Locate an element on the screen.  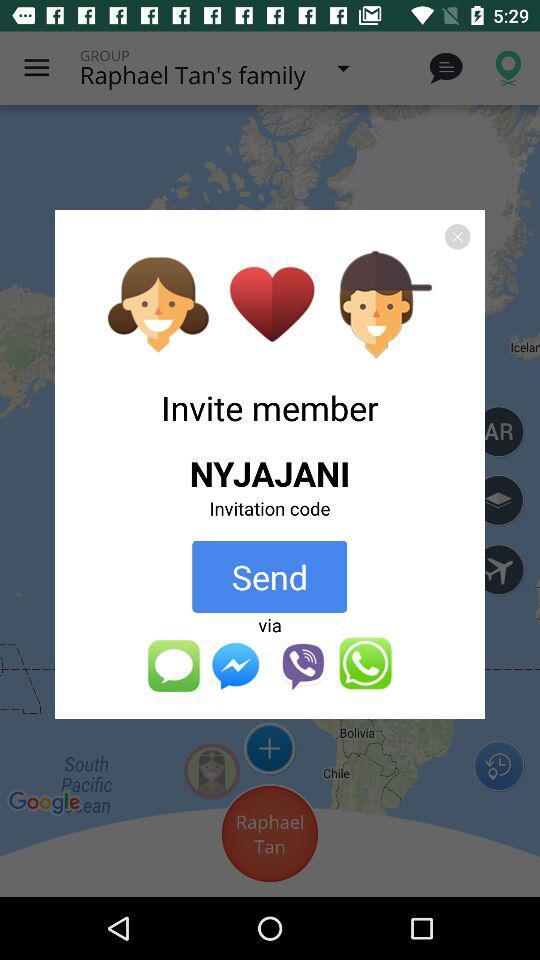
dialogue box is located at coordinates (457, 236).